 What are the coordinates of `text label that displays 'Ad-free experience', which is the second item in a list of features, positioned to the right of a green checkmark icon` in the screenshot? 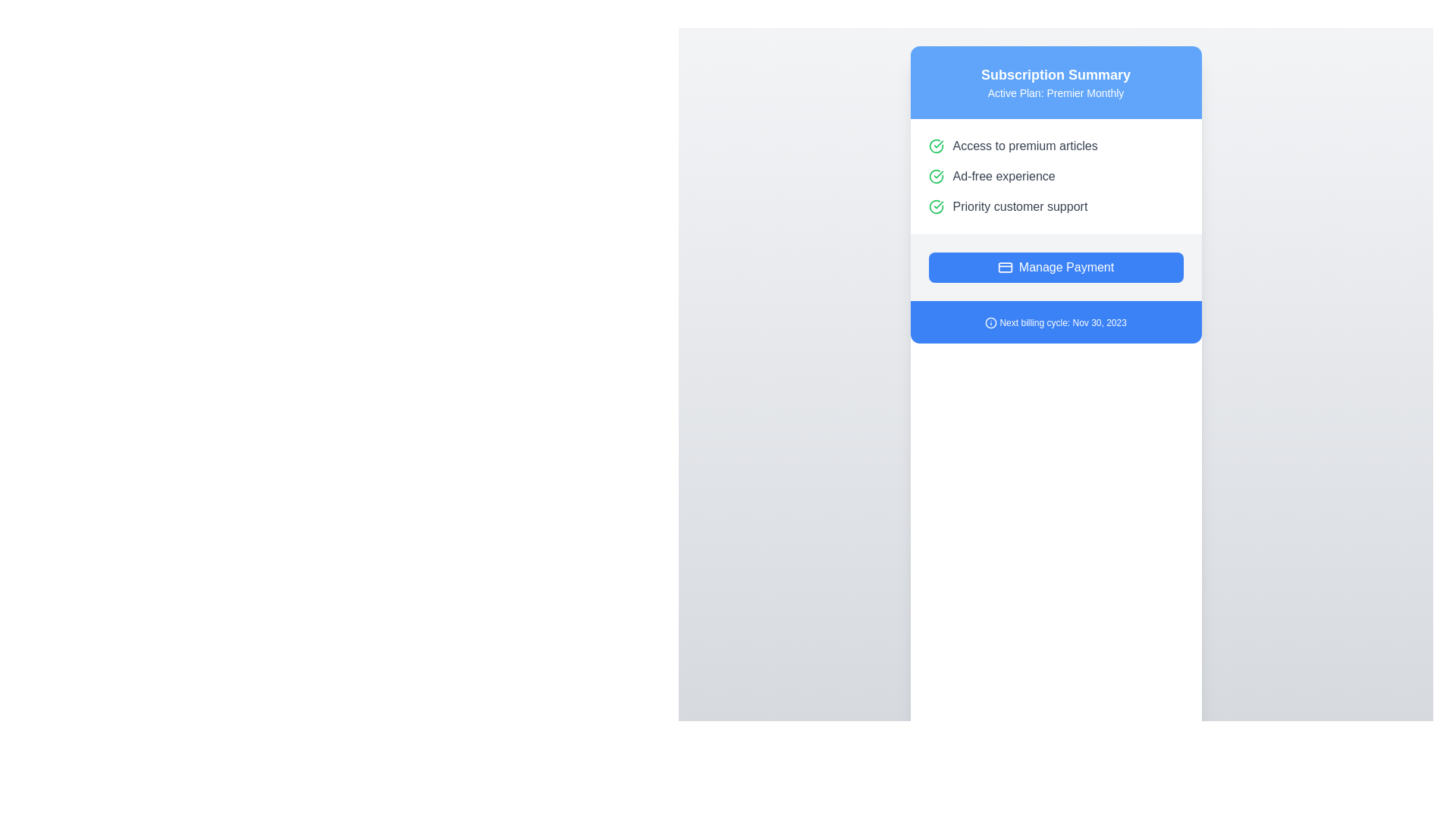 It's located at (1004, 175).